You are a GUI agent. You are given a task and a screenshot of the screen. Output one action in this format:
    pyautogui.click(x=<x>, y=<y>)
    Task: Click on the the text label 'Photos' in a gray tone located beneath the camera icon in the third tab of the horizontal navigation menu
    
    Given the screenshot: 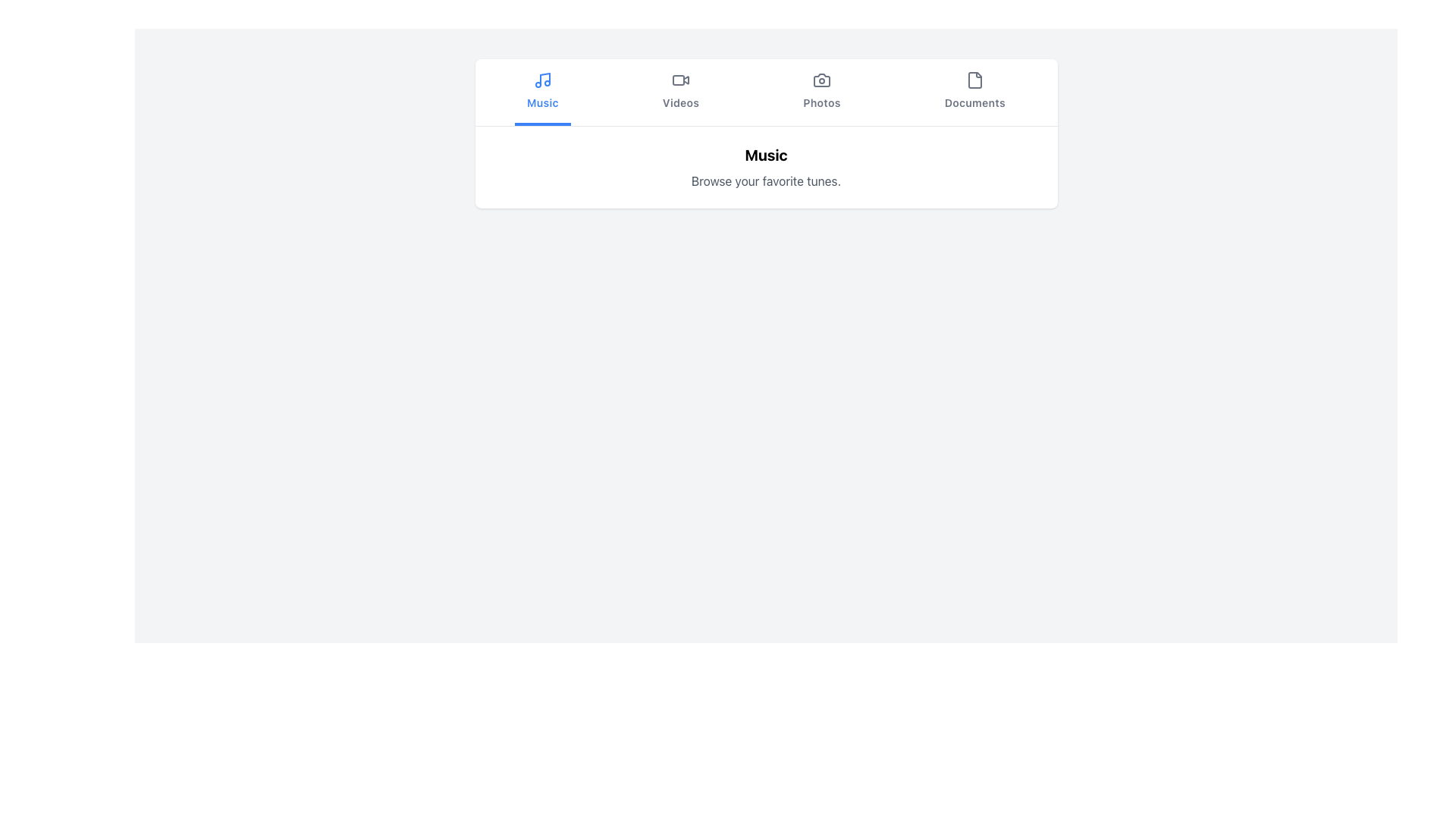 What is the action you would take?
    pyautogui.click(x=821, y=102)
    